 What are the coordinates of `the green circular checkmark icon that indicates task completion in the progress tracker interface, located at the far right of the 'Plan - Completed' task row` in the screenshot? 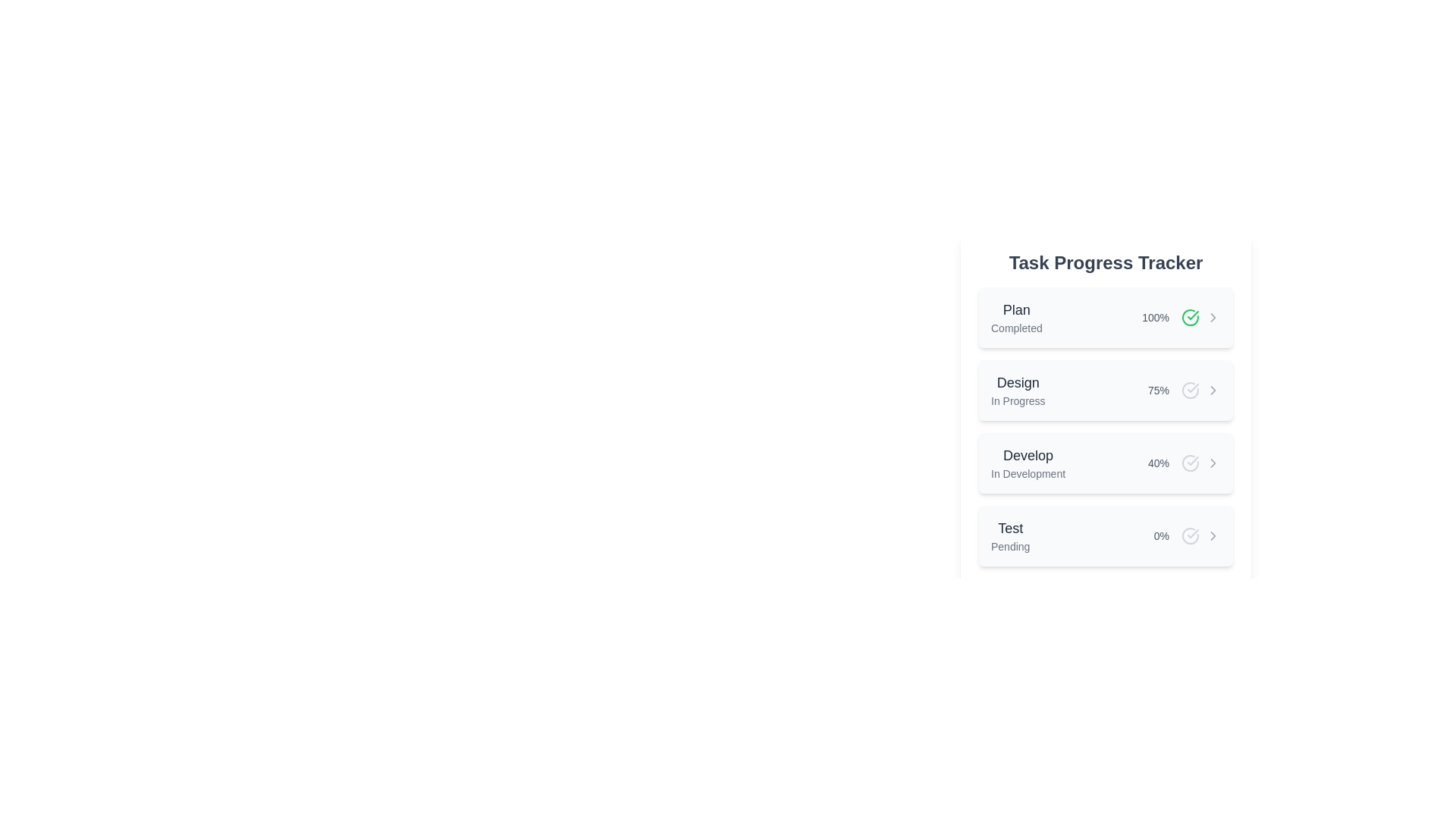 It's located at (1192, 315).